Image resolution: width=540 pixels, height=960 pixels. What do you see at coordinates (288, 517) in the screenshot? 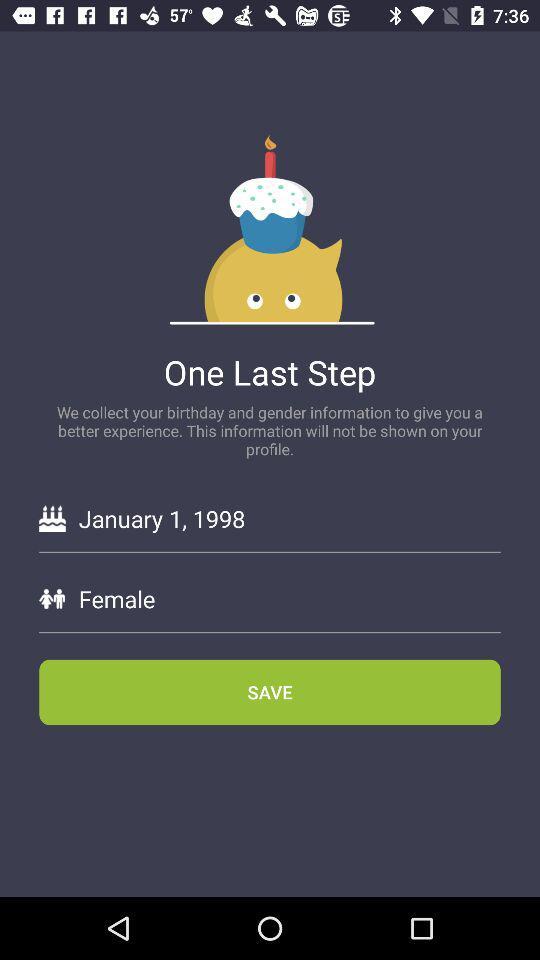
I see `item below we collect your item` at bounding box center [288, 517].